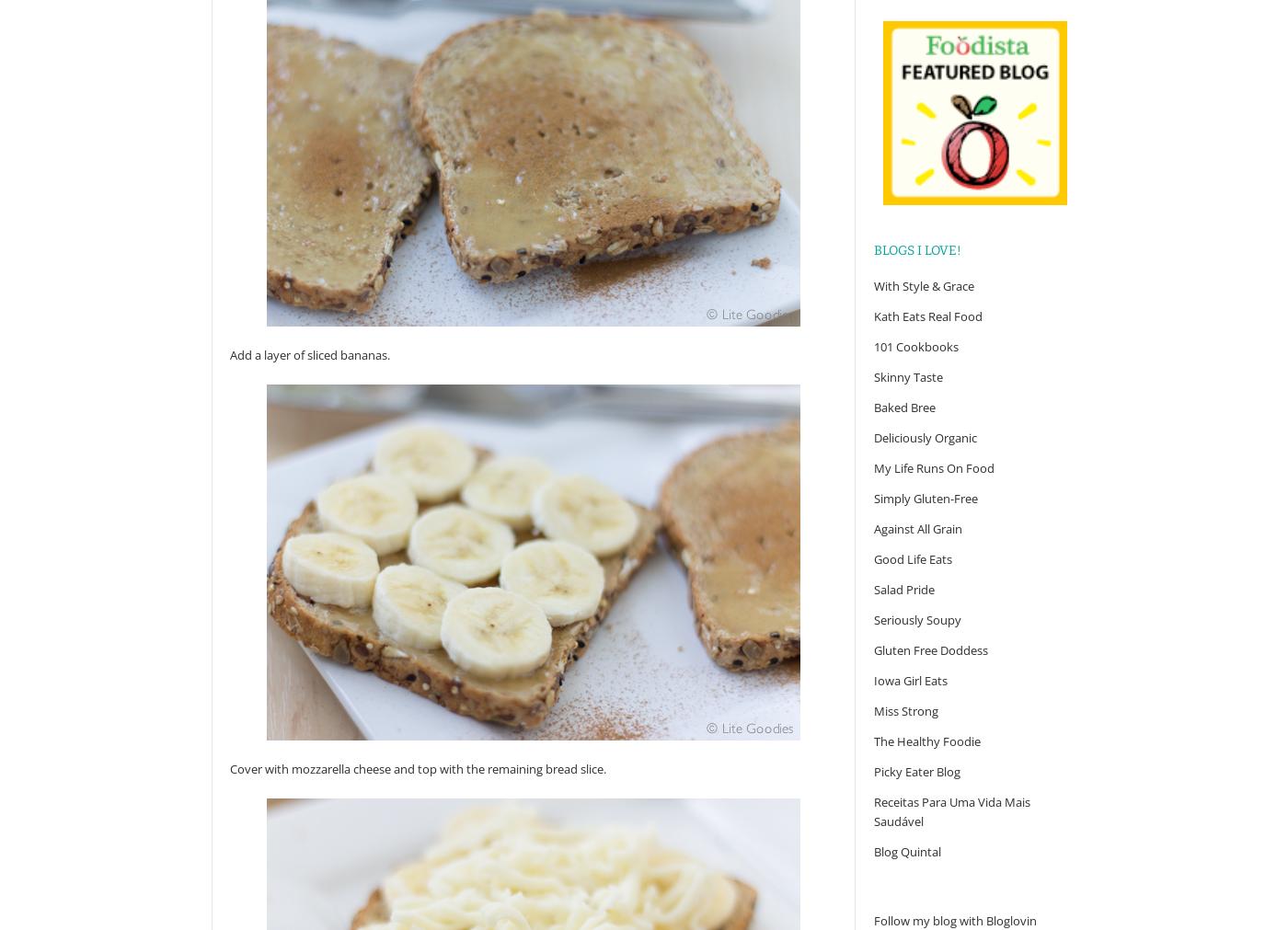 The height and width of the screenshot is (930, 1288). Describe the element at coordinates (925, 436) in the screenshot. I see `'Deliciously Organic'` at that location.